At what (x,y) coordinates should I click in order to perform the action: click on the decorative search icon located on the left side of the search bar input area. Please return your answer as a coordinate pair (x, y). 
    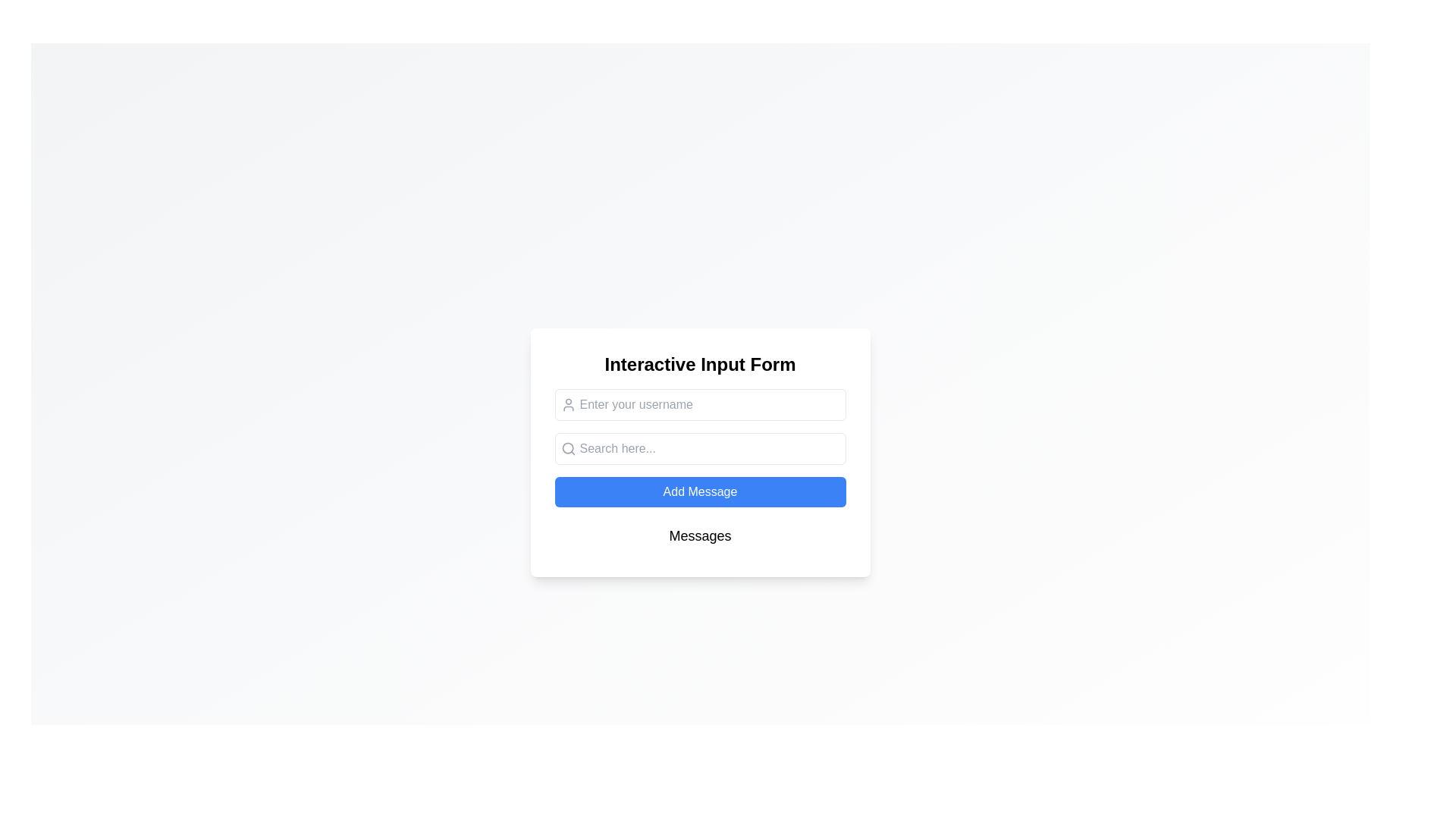
    Looking at the image, I should click on (567, 447).